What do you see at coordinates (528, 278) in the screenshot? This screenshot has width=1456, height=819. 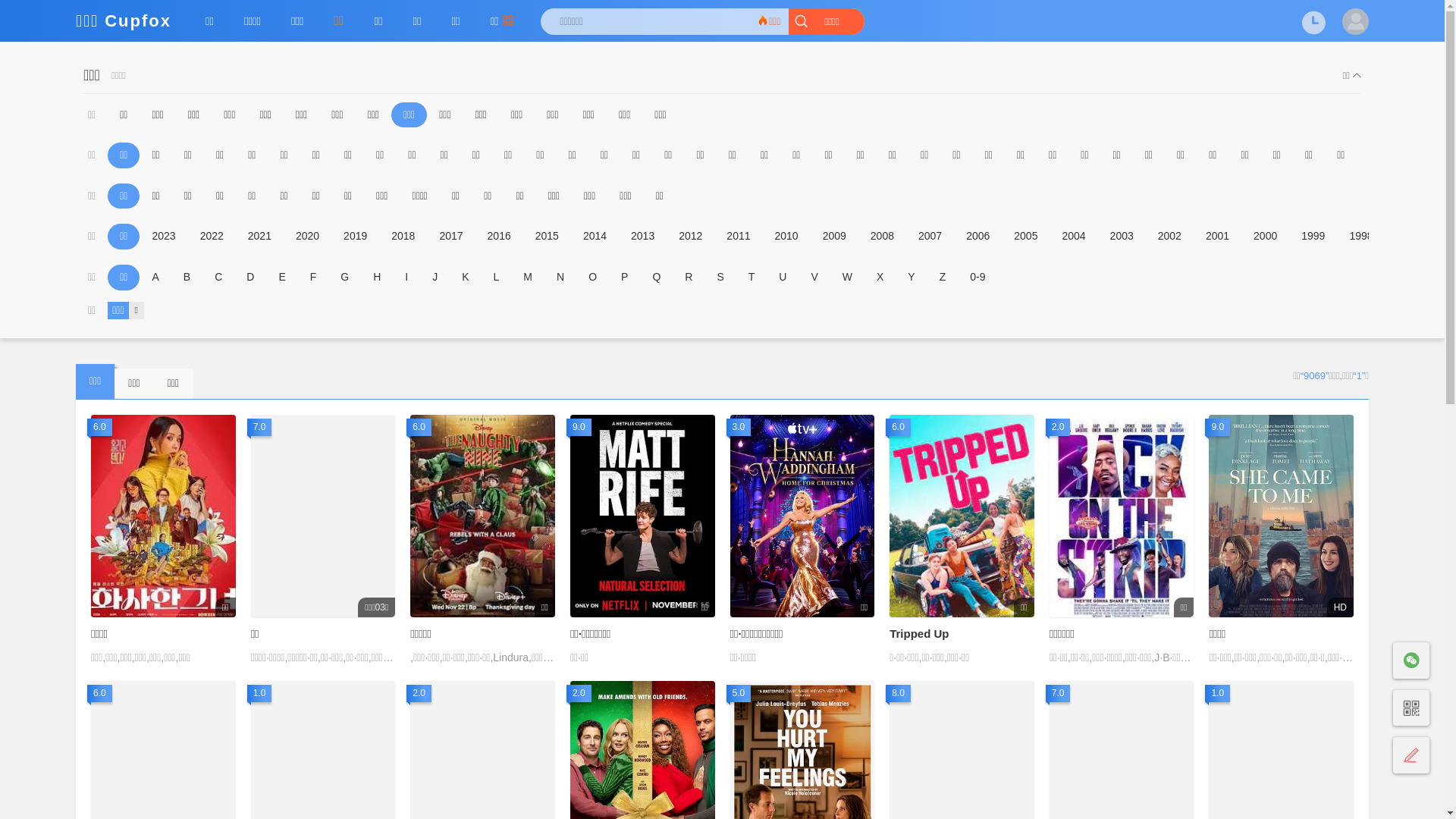 I see `'M'` at bounding box center [528, 278].